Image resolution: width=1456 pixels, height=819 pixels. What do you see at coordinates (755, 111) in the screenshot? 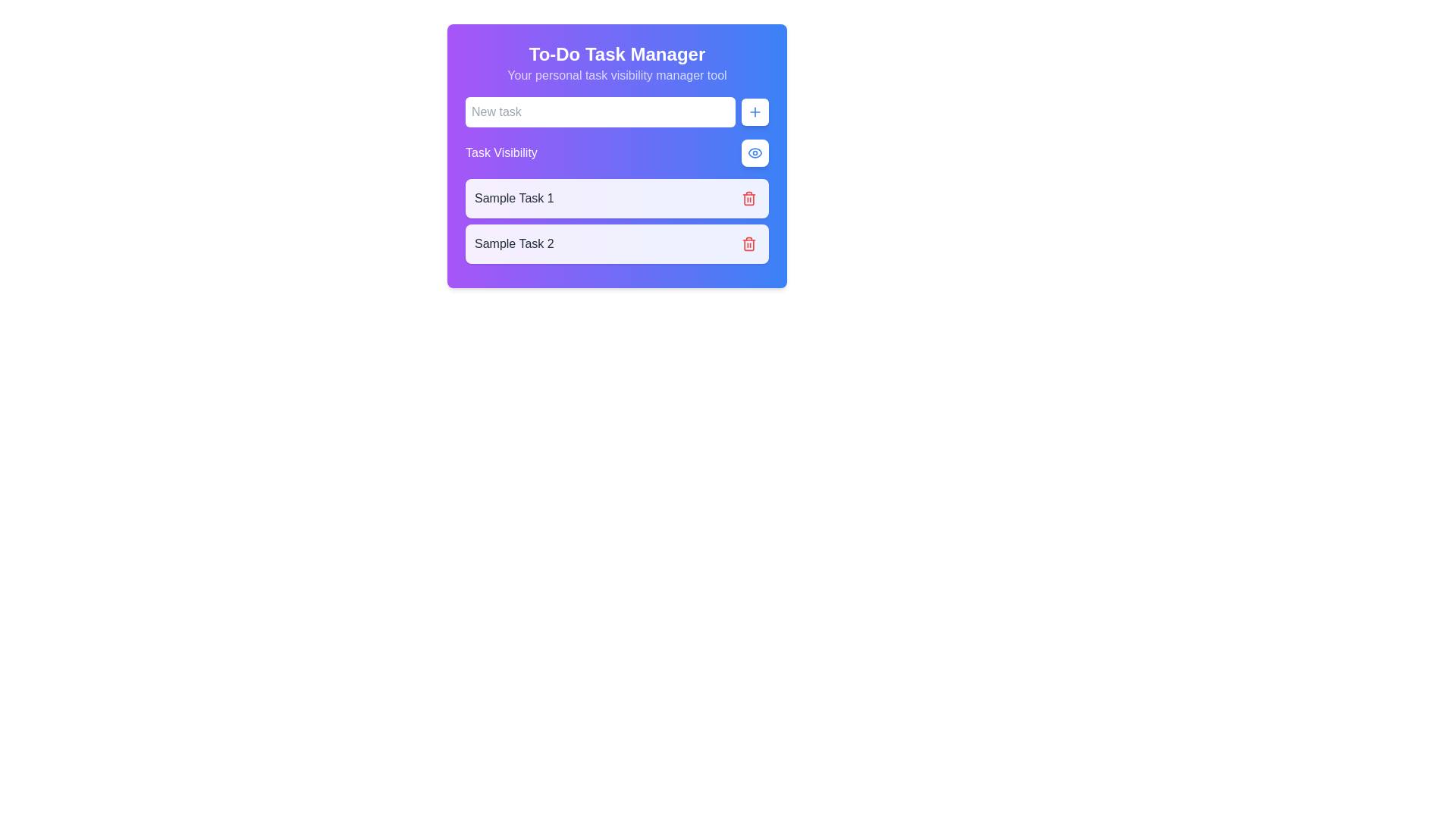
I see `the add or create icon located in the top-right corner of the 'New task' input field` at bounding box center [755, 111].